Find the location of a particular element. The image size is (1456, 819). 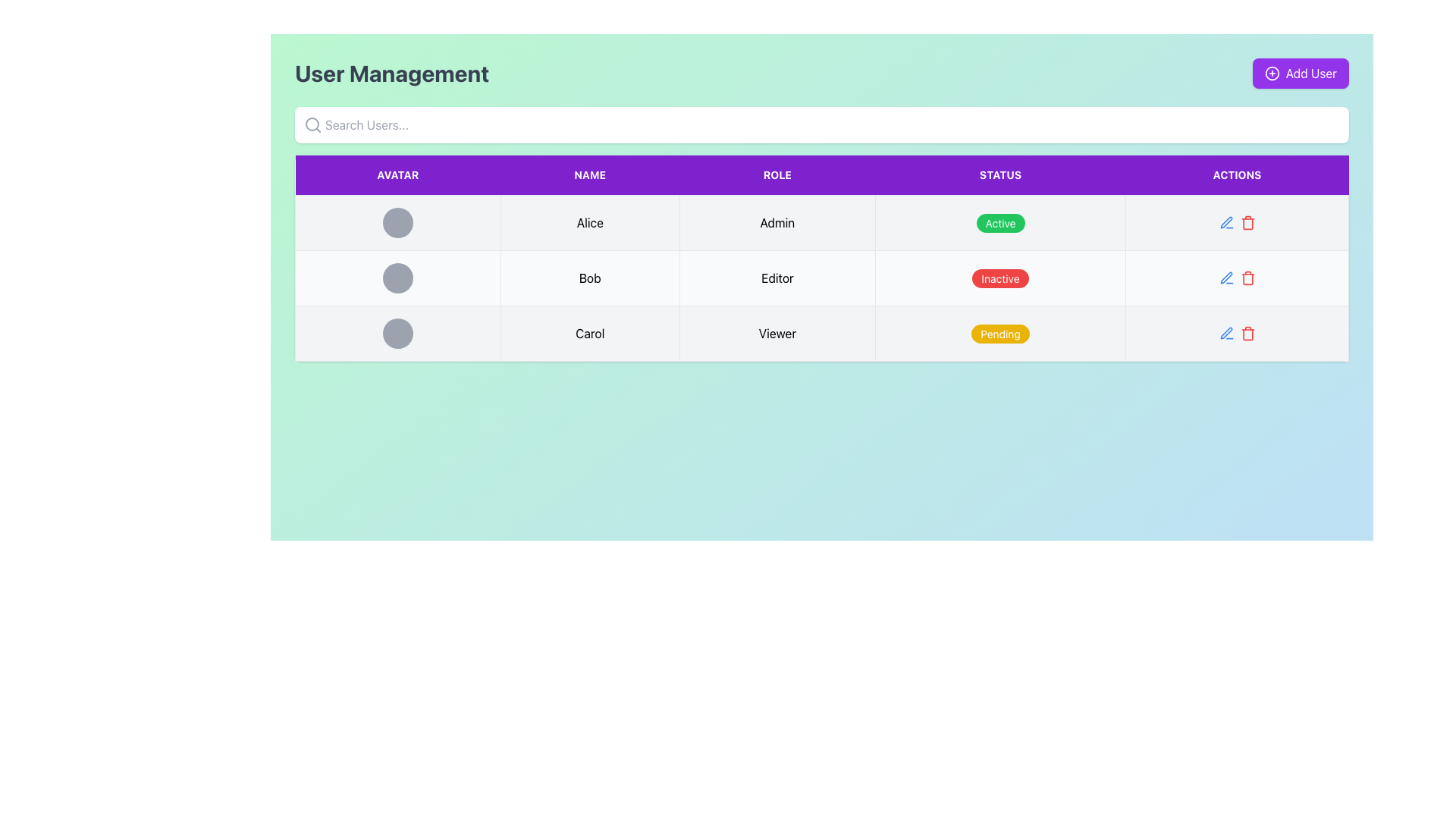

the 'Pending' status label for the user 'Carol' located in the 'Status' column of the last row in the table is located at coordinates (1000, 333).